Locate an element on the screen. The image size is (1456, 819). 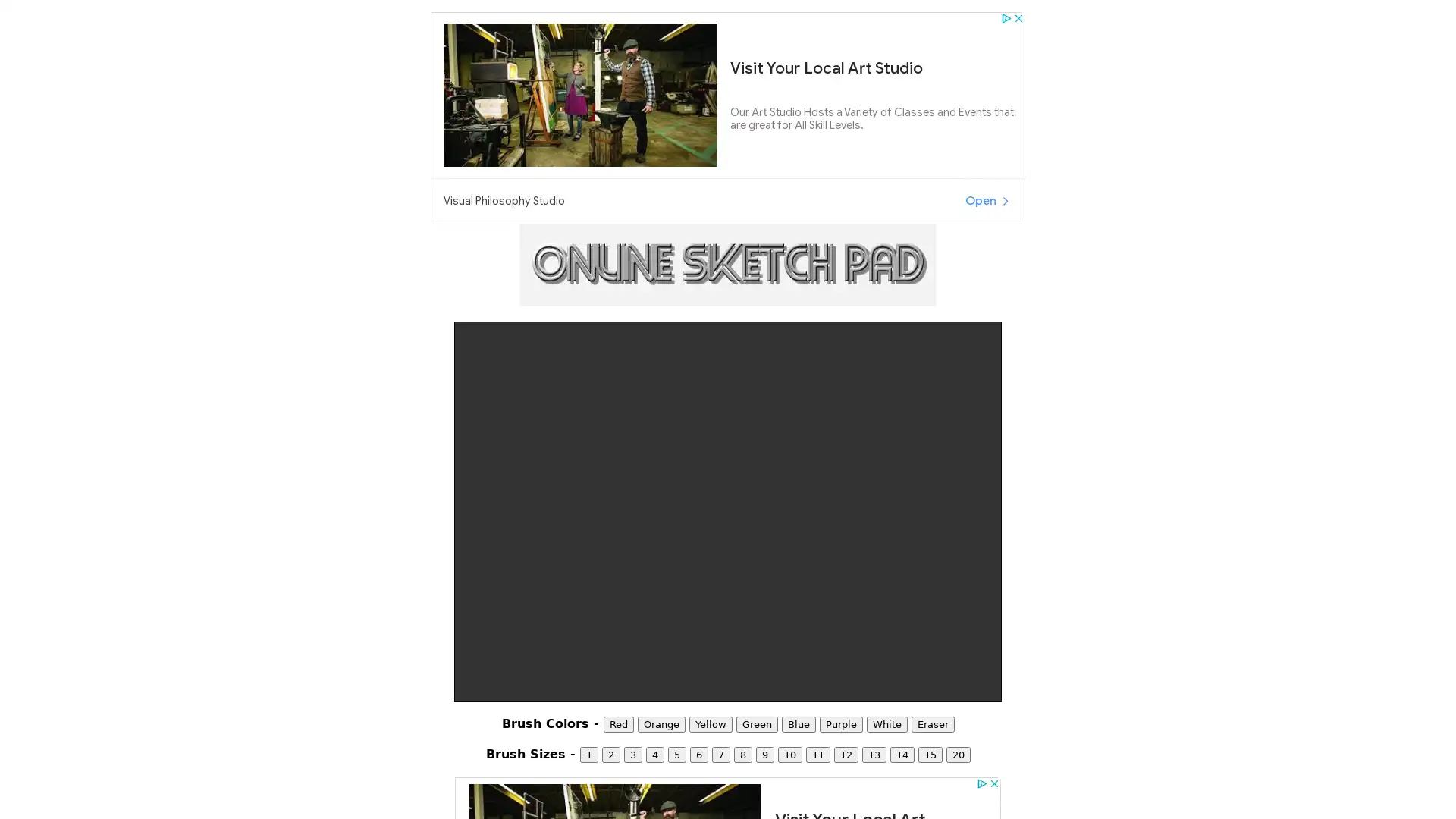
11 is located at coordinates (817, 755).